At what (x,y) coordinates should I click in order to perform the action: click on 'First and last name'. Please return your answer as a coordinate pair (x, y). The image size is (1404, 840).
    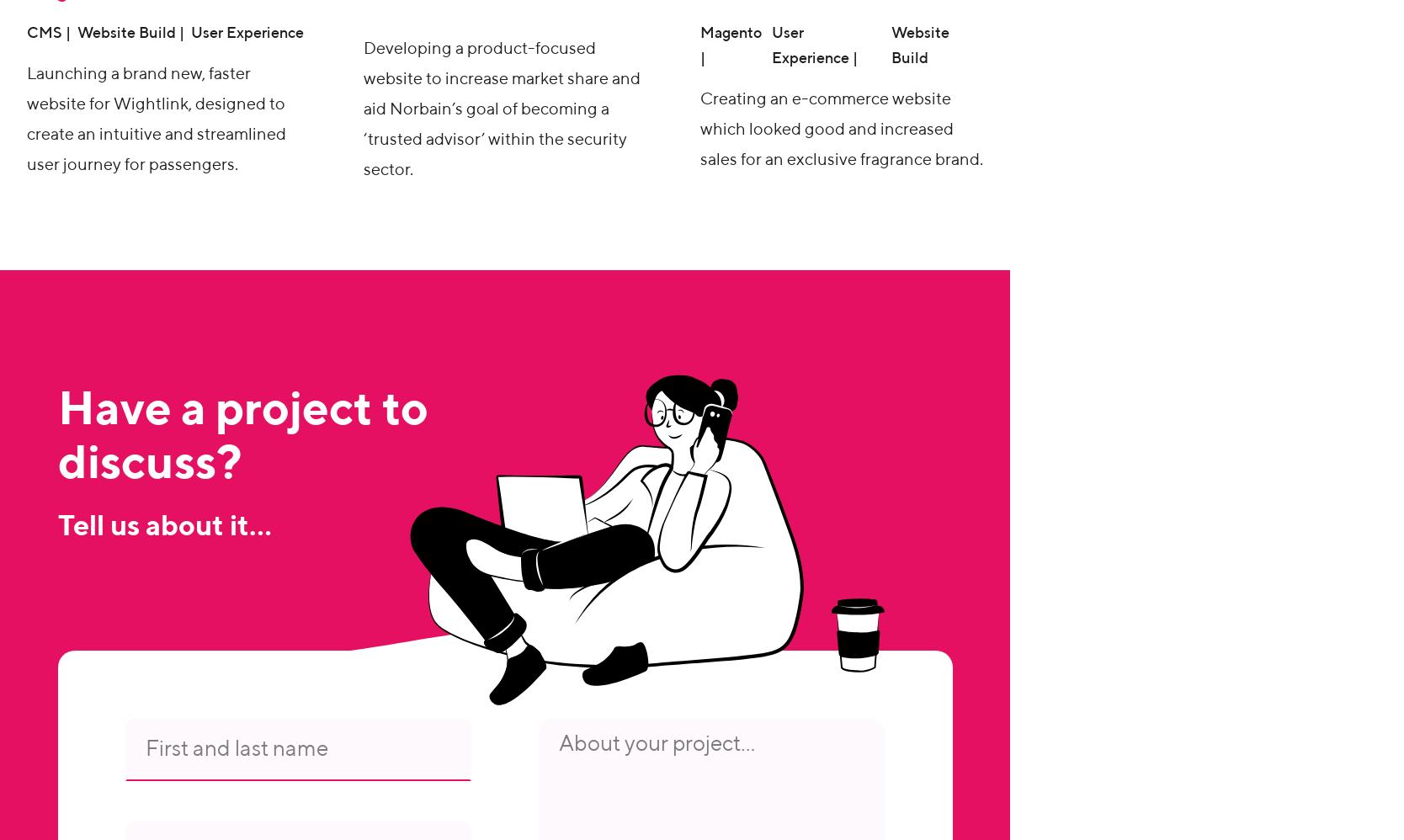
    Looking at the image, I should click on (236, 748).